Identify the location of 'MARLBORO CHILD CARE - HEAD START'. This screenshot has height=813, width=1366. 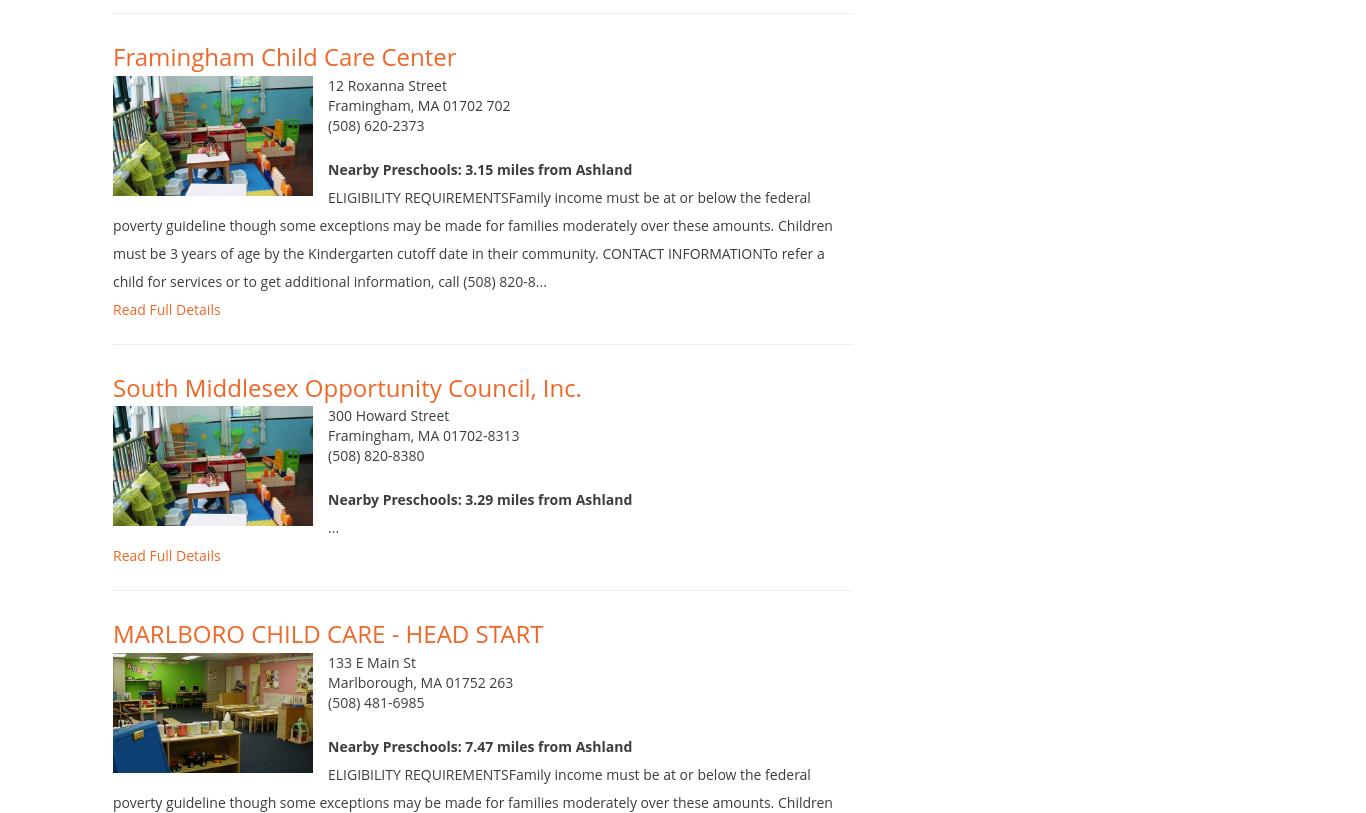
(327, 664).